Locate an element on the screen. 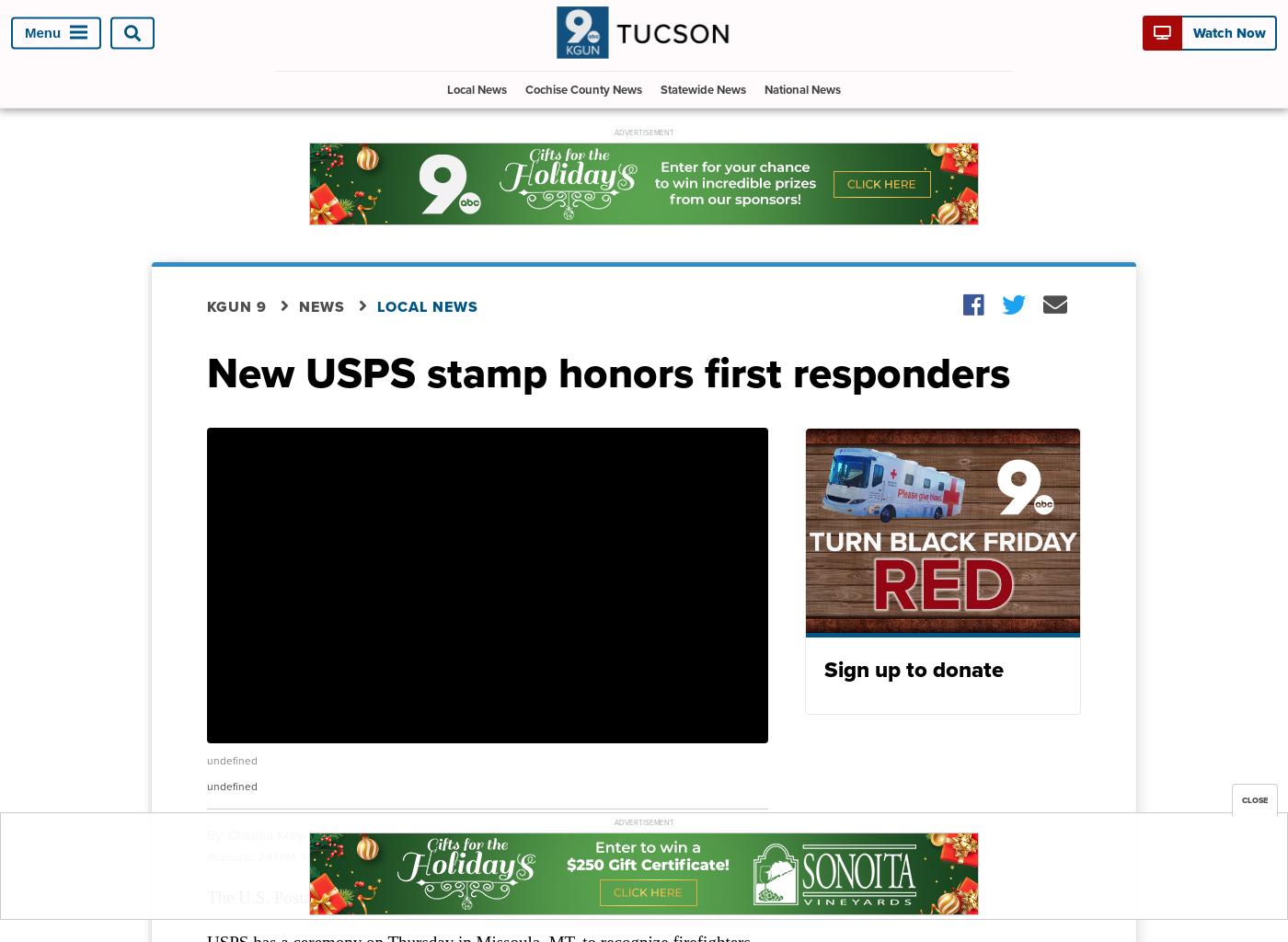 This screenshot has height=942, width=1288. 'Sign up to donate' is located at coordinates (914, 668).